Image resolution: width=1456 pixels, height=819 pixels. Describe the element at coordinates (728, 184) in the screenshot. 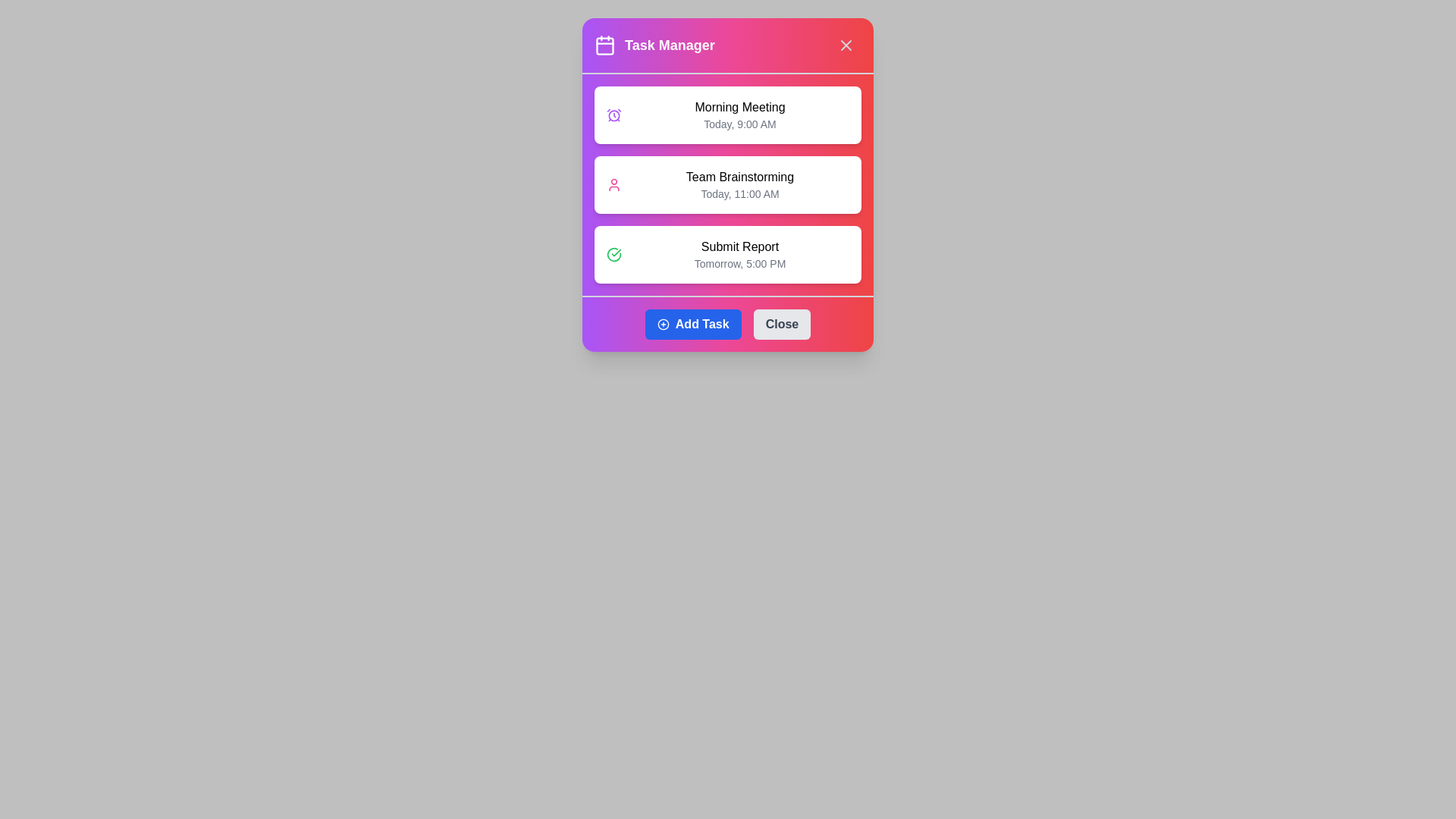

I see `the individual task card located at the center of the group of list items styled as cards for more details` at that location.